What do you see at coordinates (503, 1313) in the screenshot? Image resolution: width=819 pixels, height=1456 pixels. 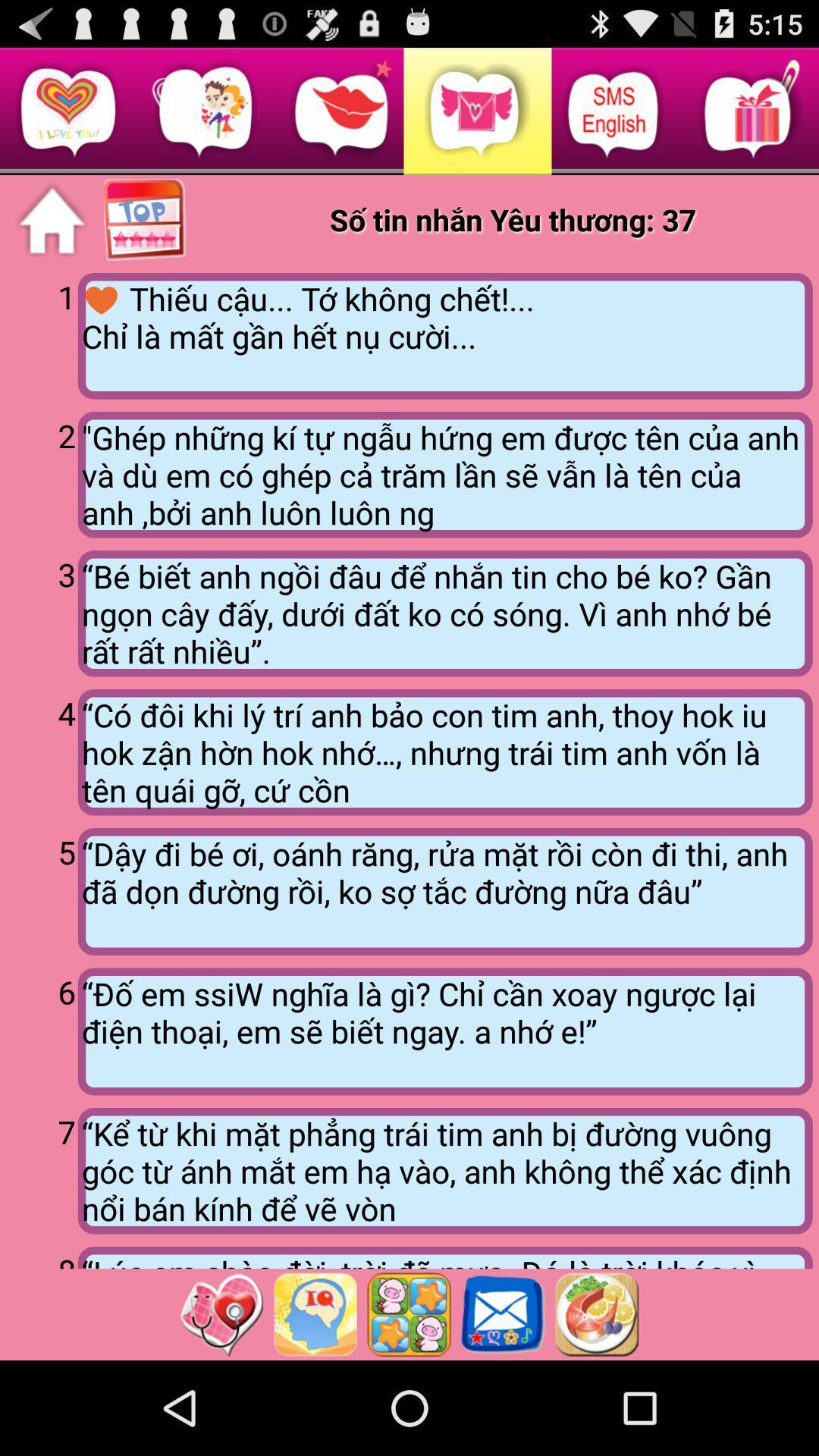 I see `mail` at bounding box center [503, 1313].